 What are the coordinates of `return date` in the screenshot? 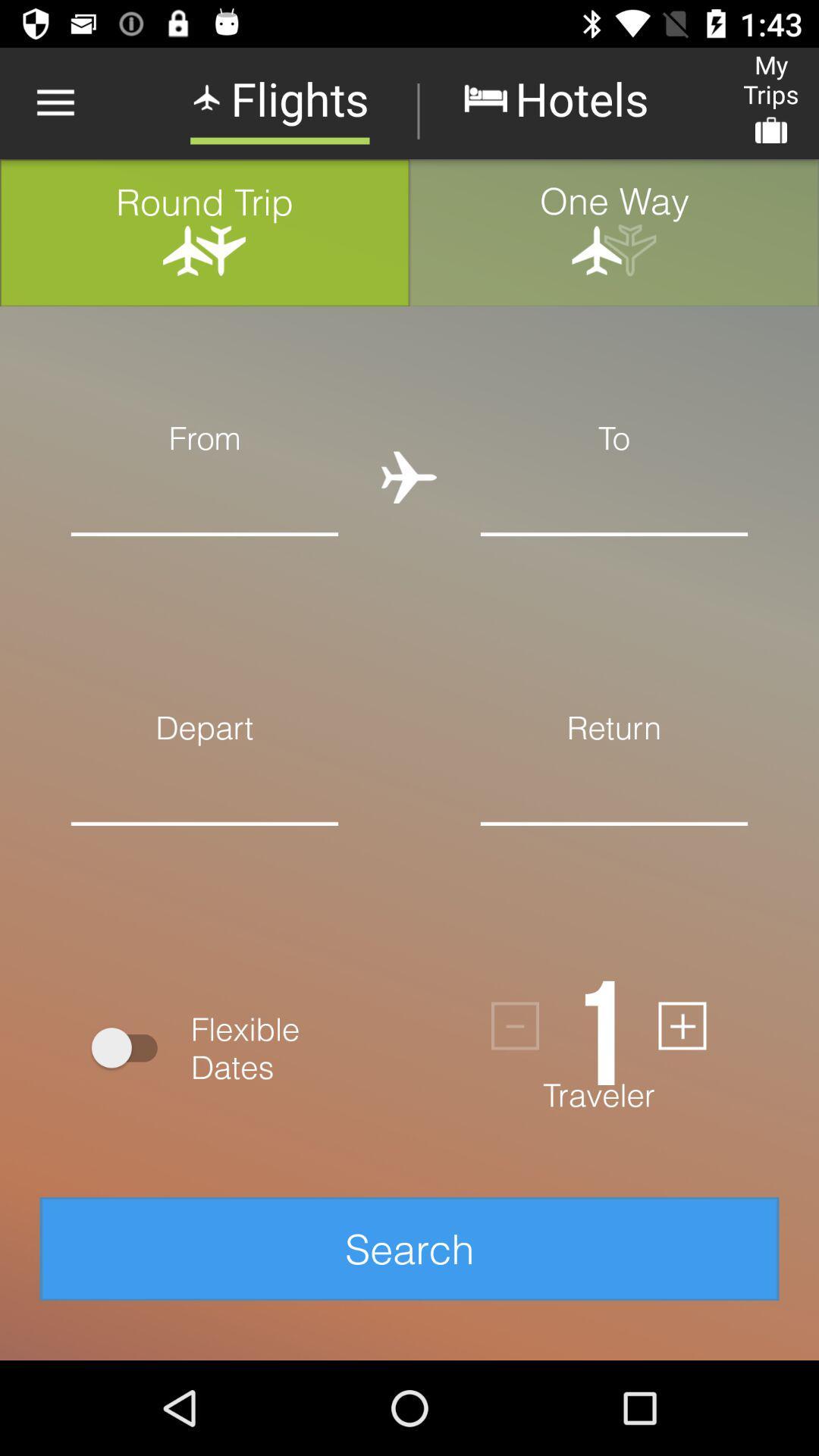 It's located at (614, 846).